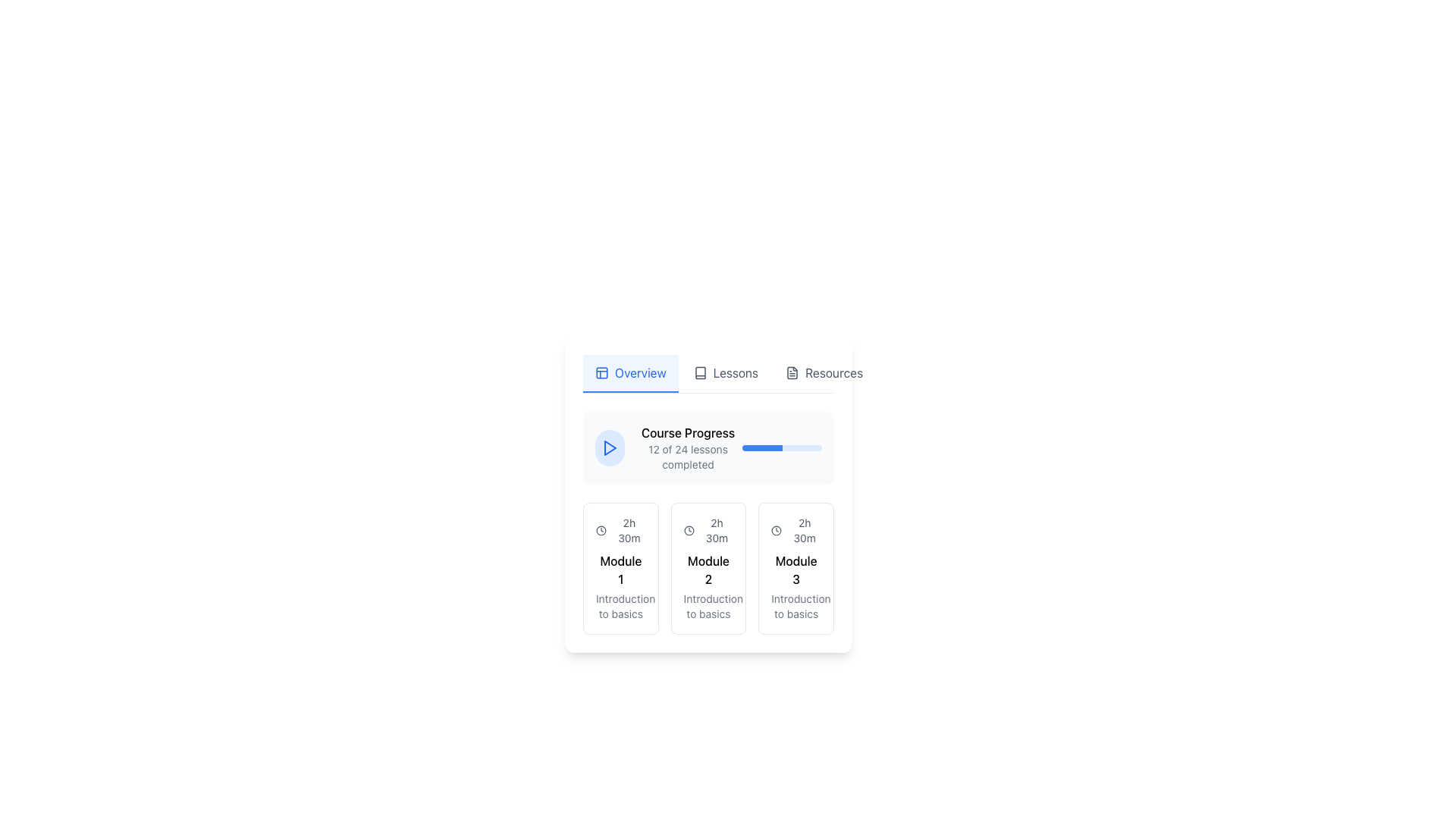 This screenshot has width=1456, height=819. What do you see at coordinates (600, 529) in the screenshot?
I see `the minimalist clock icon located in the first card labeled 'Module 1', positioned to the left of the text '2h 30m'` at bounding box center [600, 529].